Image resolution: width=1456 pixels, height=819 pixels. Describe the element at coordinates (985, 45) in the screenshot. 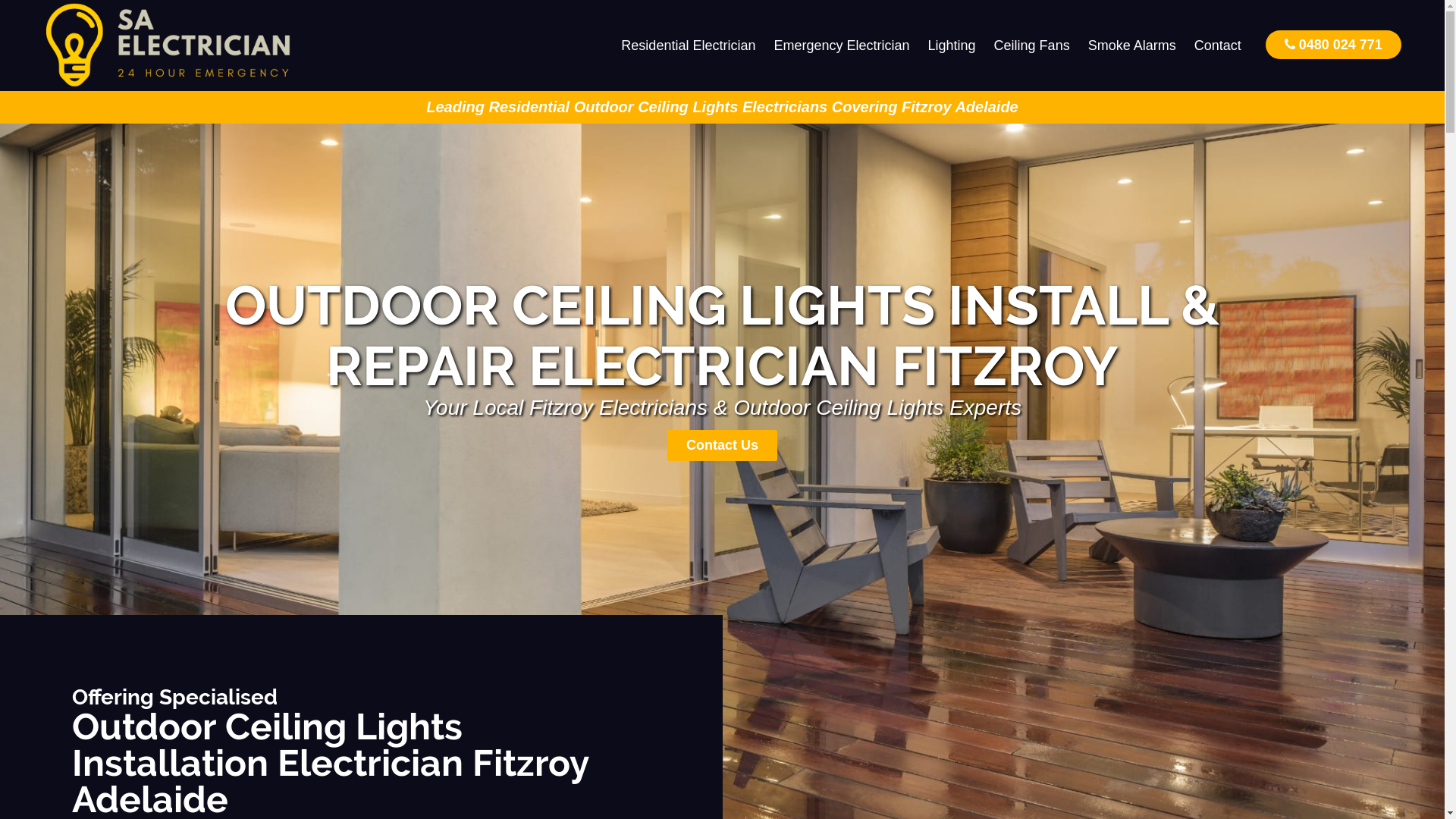

I see `'Ceiling Fans'` at that location.